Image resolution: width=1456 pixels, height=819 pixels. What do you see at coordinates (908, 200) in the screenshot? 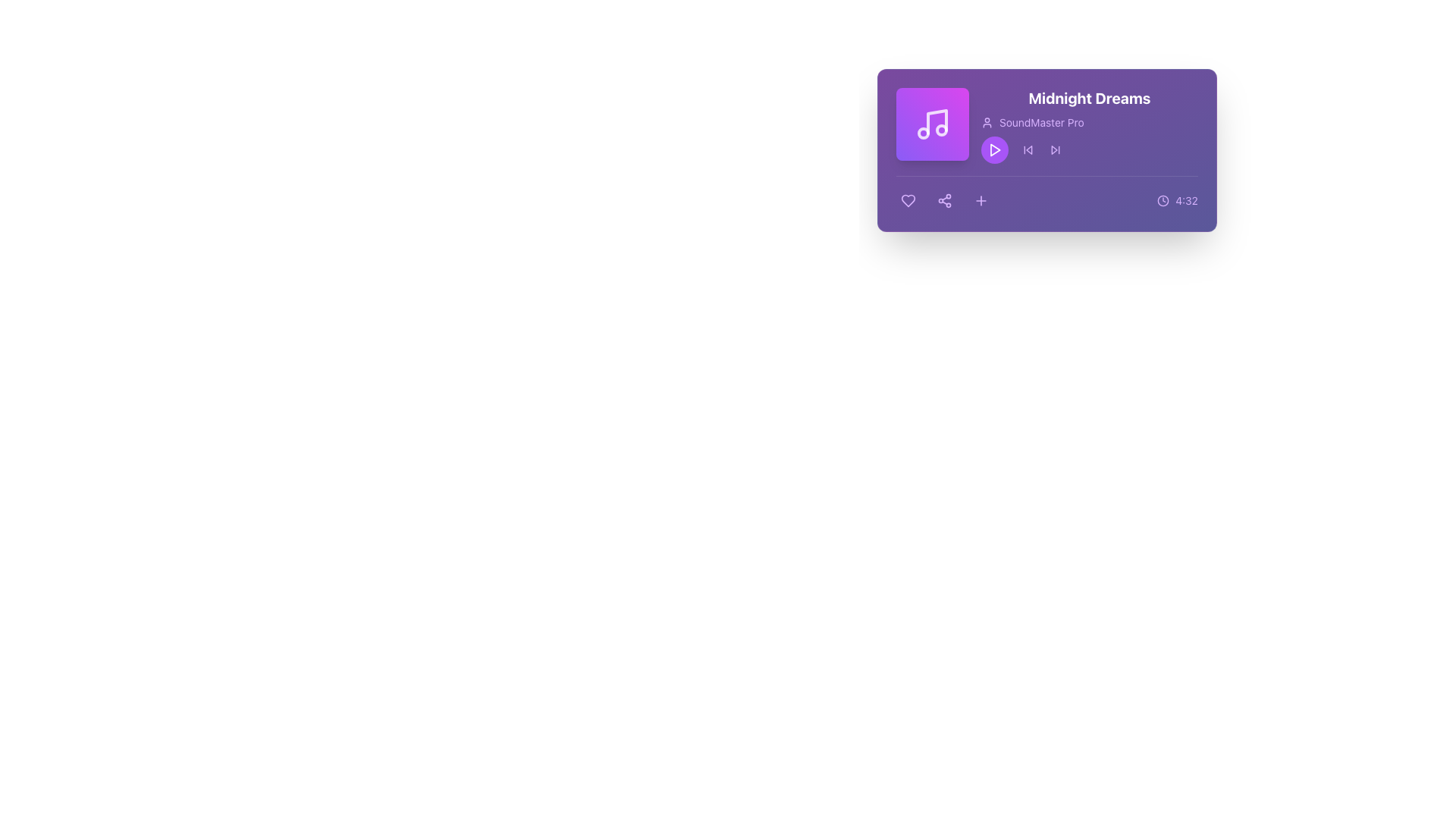
I see `the heart-shaped icon with a purple fill located in the bottom-left corner of the card interface` at bounding box center [908, 200].